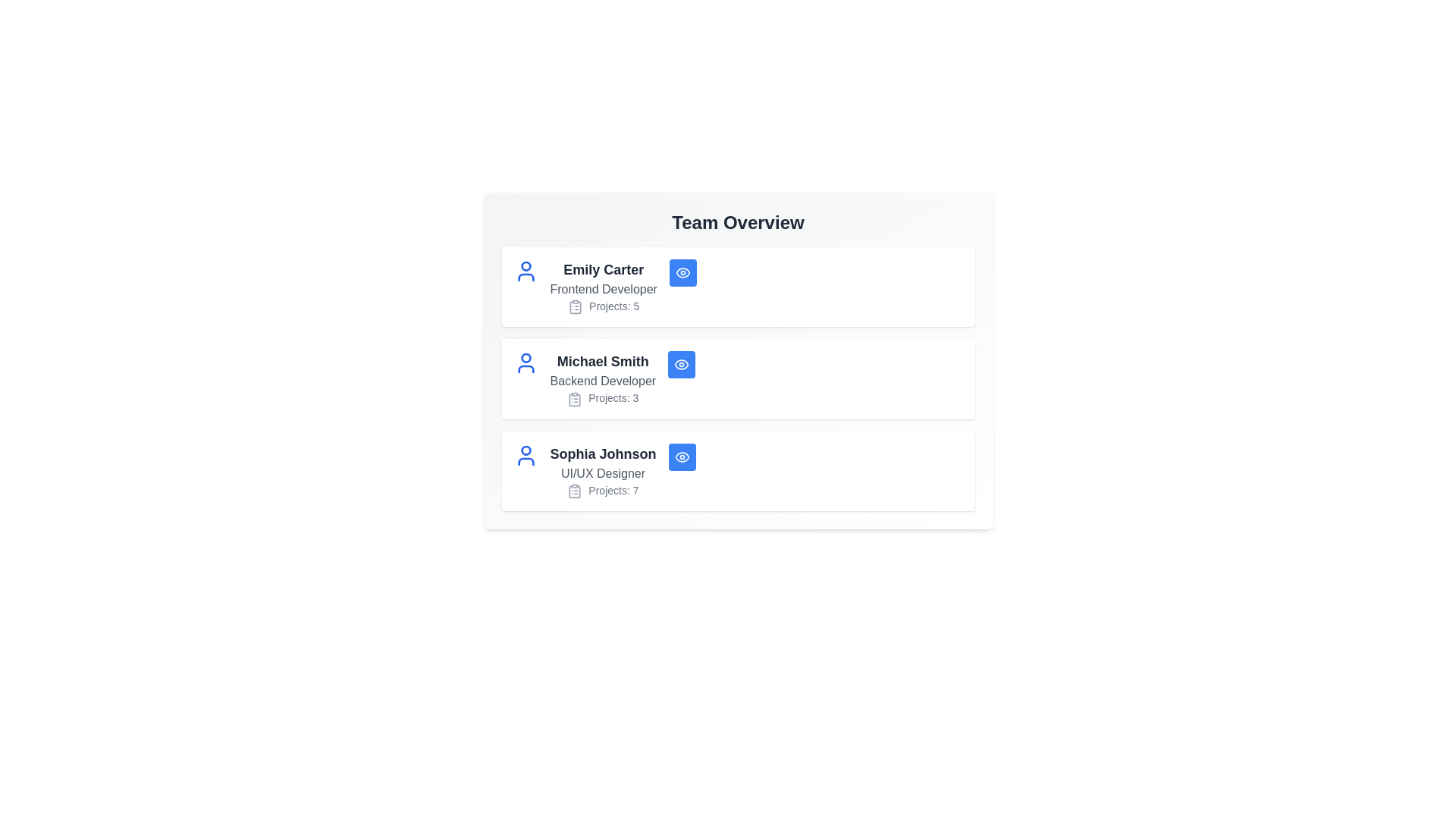 The image size is (1456, 819). What do you see at coordinates (738, 470) in the screenshot?
I see `the card of Sophia Johnson to observe hover effects` at bounding box center [738, 470].